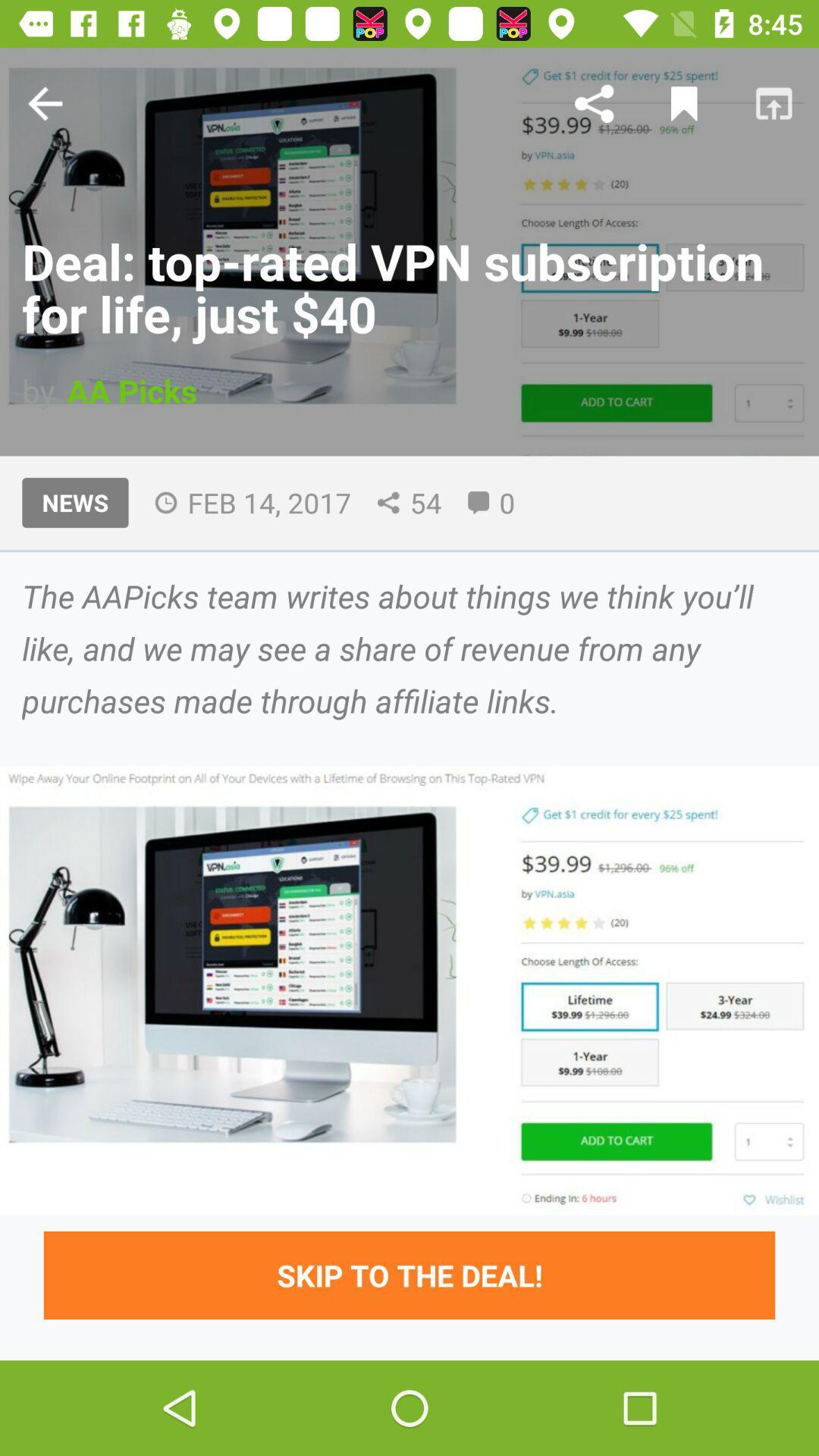 This screenshot has width=819, height=1456. What do you see at coordinates (409, 1274) in the screenshot?
I see `the skip to the icon` at bounding box center [409, 1274].